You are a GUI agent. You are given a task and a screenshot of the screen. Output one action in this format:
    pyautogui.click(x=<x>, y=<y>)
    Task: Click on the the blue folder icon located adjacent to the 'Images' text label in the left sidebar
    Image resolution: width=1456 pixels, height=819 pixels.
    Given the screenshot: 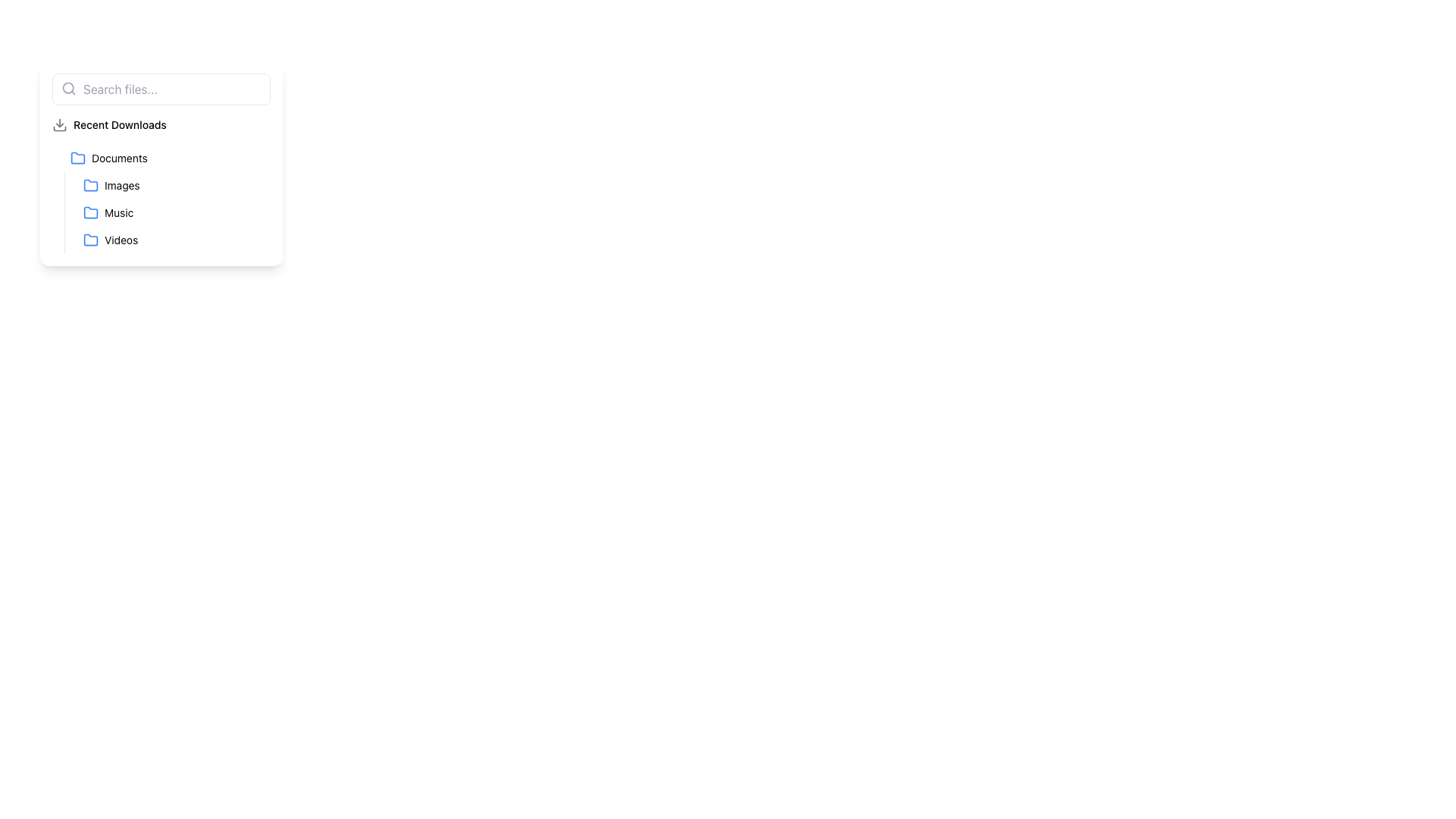 What is the action you would take?
    pyautogui.click(x=90, y=184)
    